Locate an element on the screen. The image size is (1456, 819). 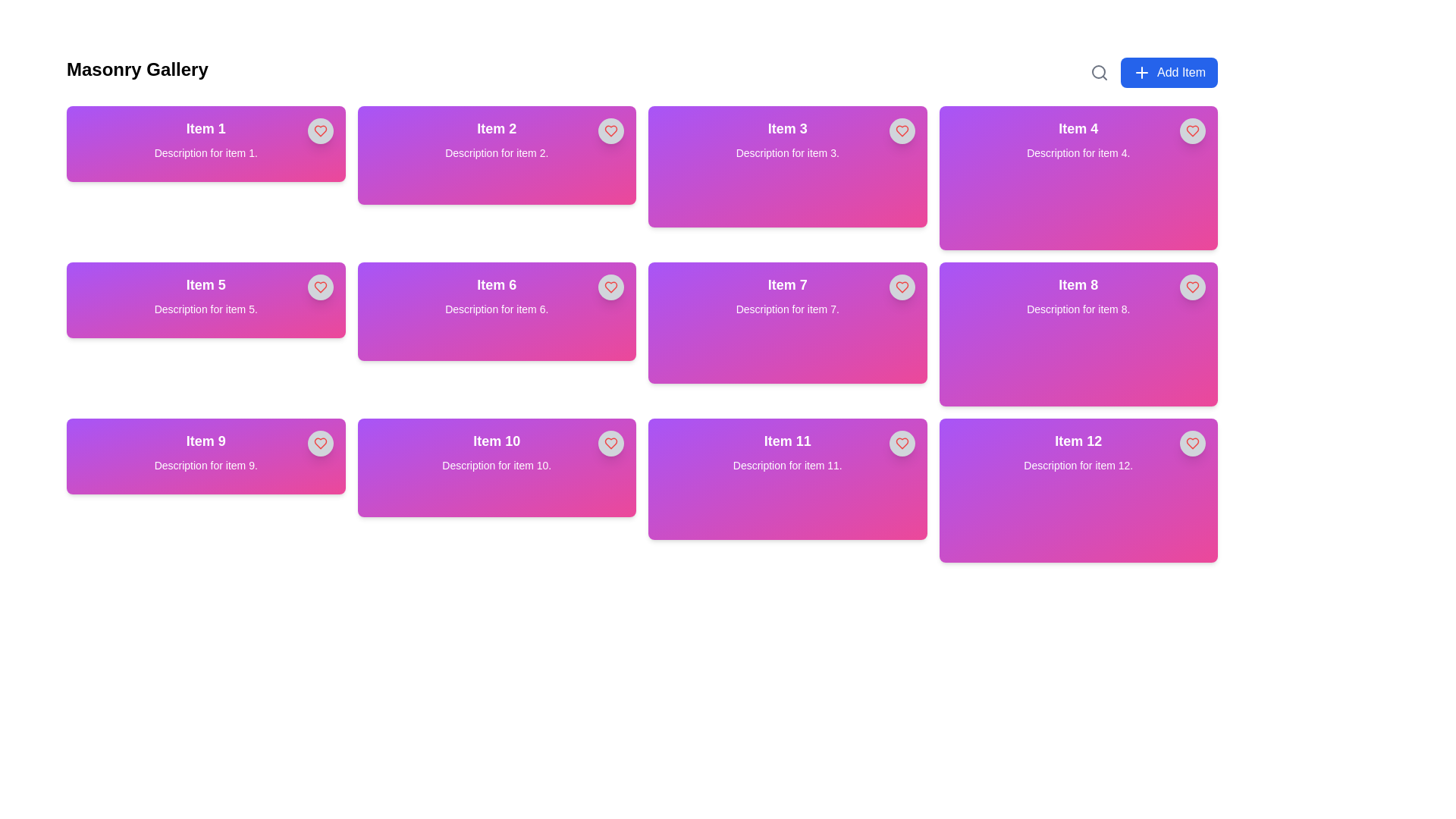
the card element that represents an item in a list, located on the bottom row of the masonry grid layout, second is located at coordinates (787, 479).